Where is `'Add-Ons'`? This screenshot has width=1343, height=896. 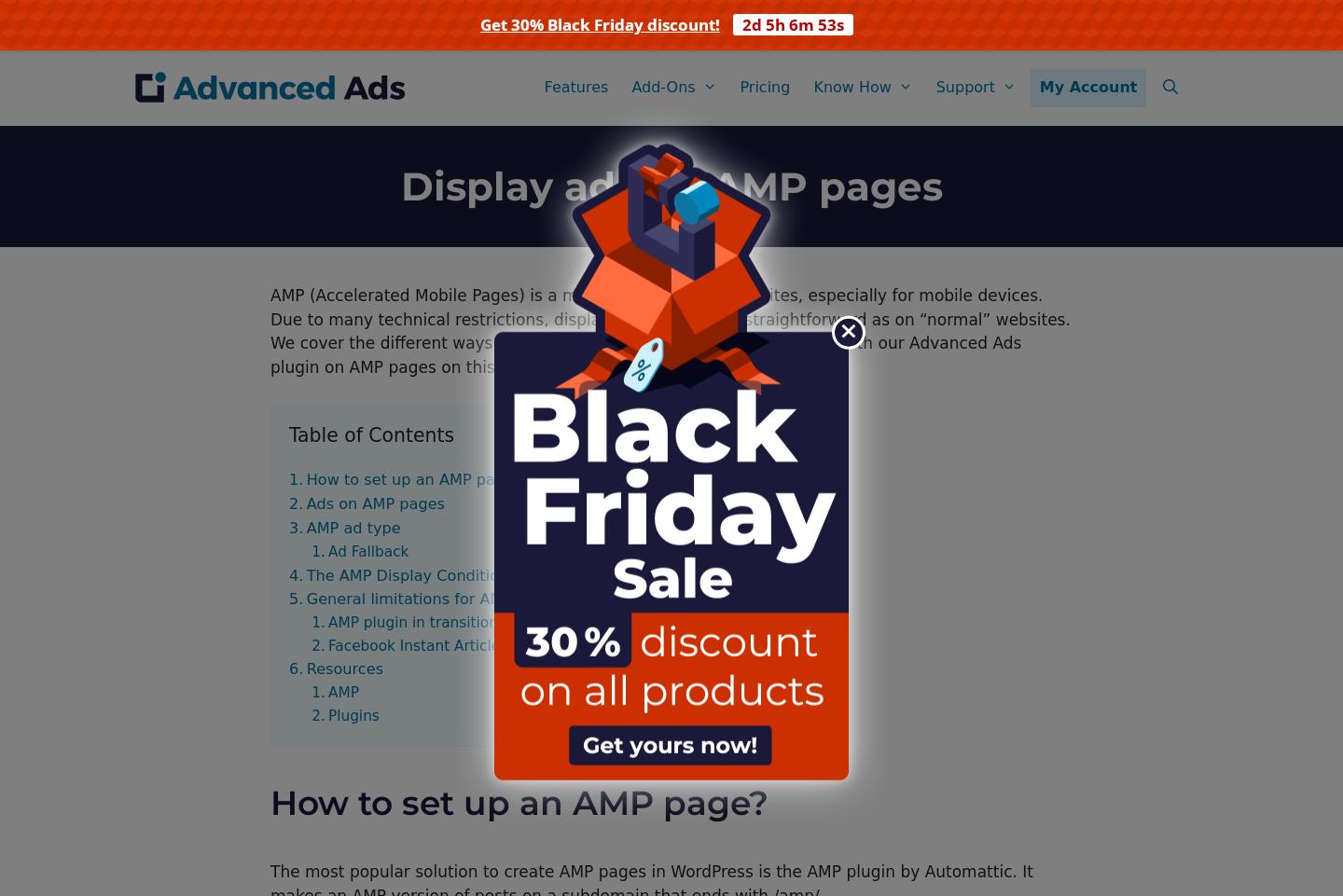 'Add-Ons' is located at coordinates (663, 87).